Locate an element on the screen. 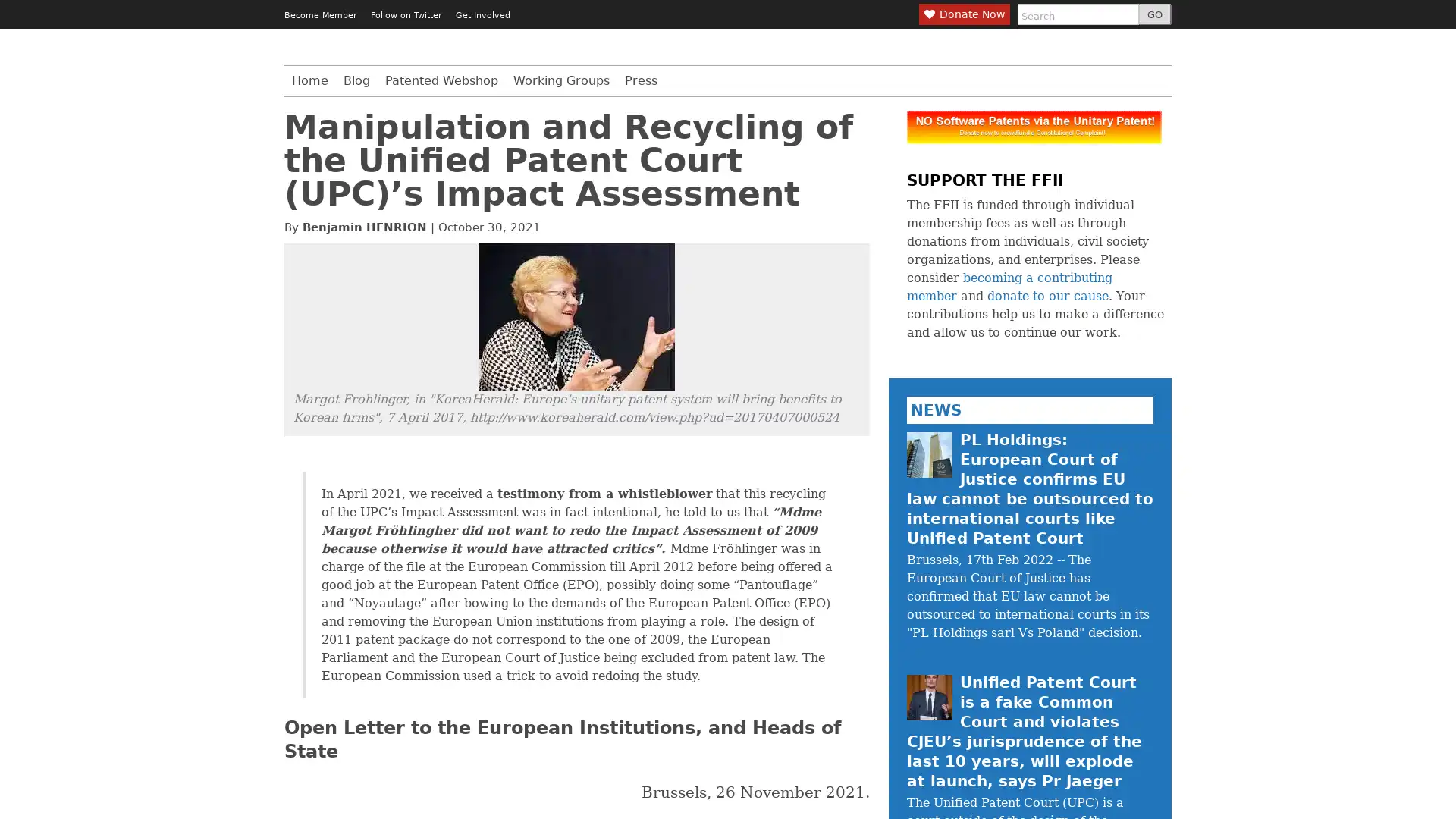 This screenshot has height=819, width=1456. GO is located at coordinates (1153, 14).